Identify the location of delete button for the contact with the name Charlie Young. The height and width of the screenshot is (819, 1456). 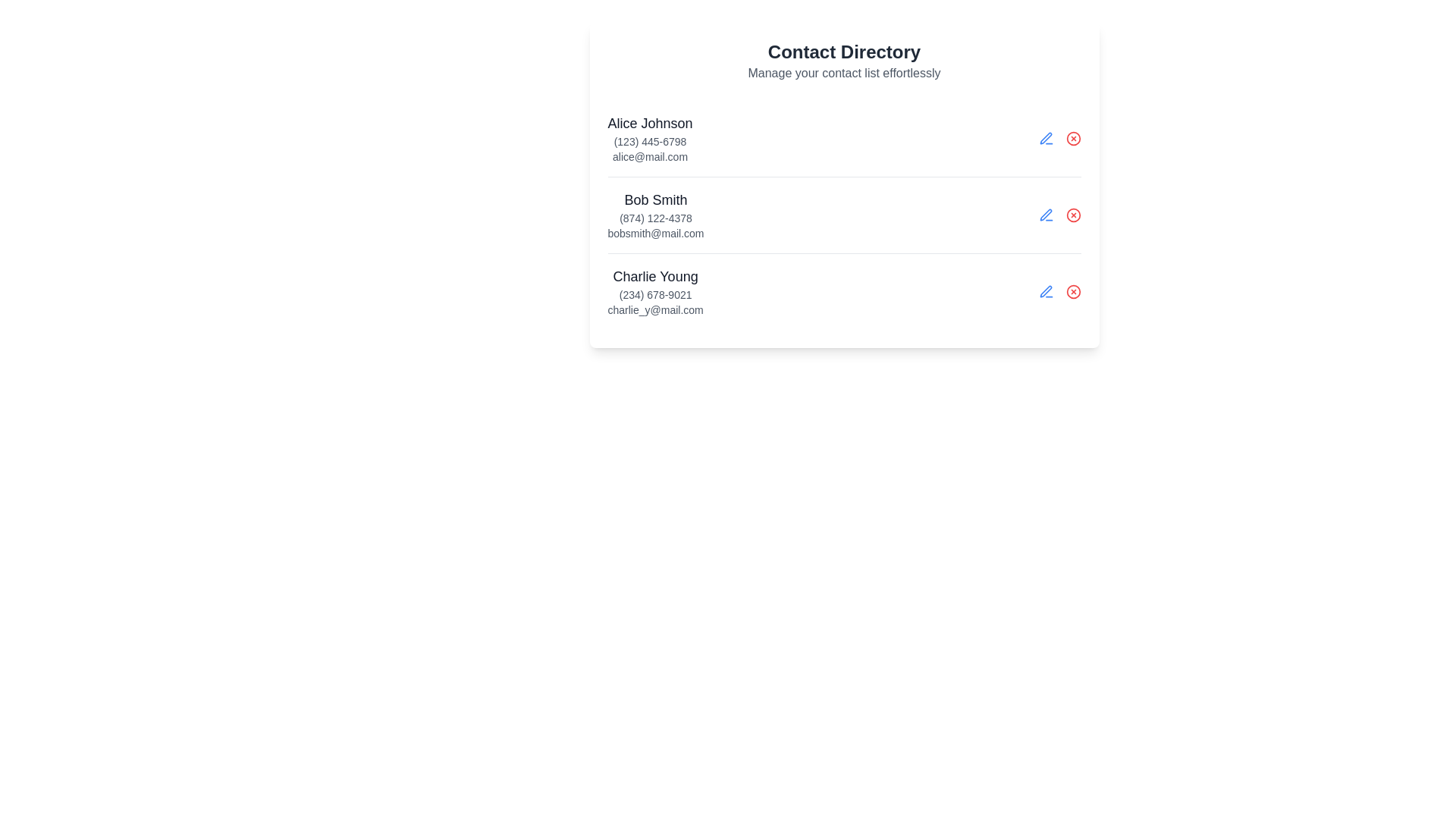
(1072, 292).